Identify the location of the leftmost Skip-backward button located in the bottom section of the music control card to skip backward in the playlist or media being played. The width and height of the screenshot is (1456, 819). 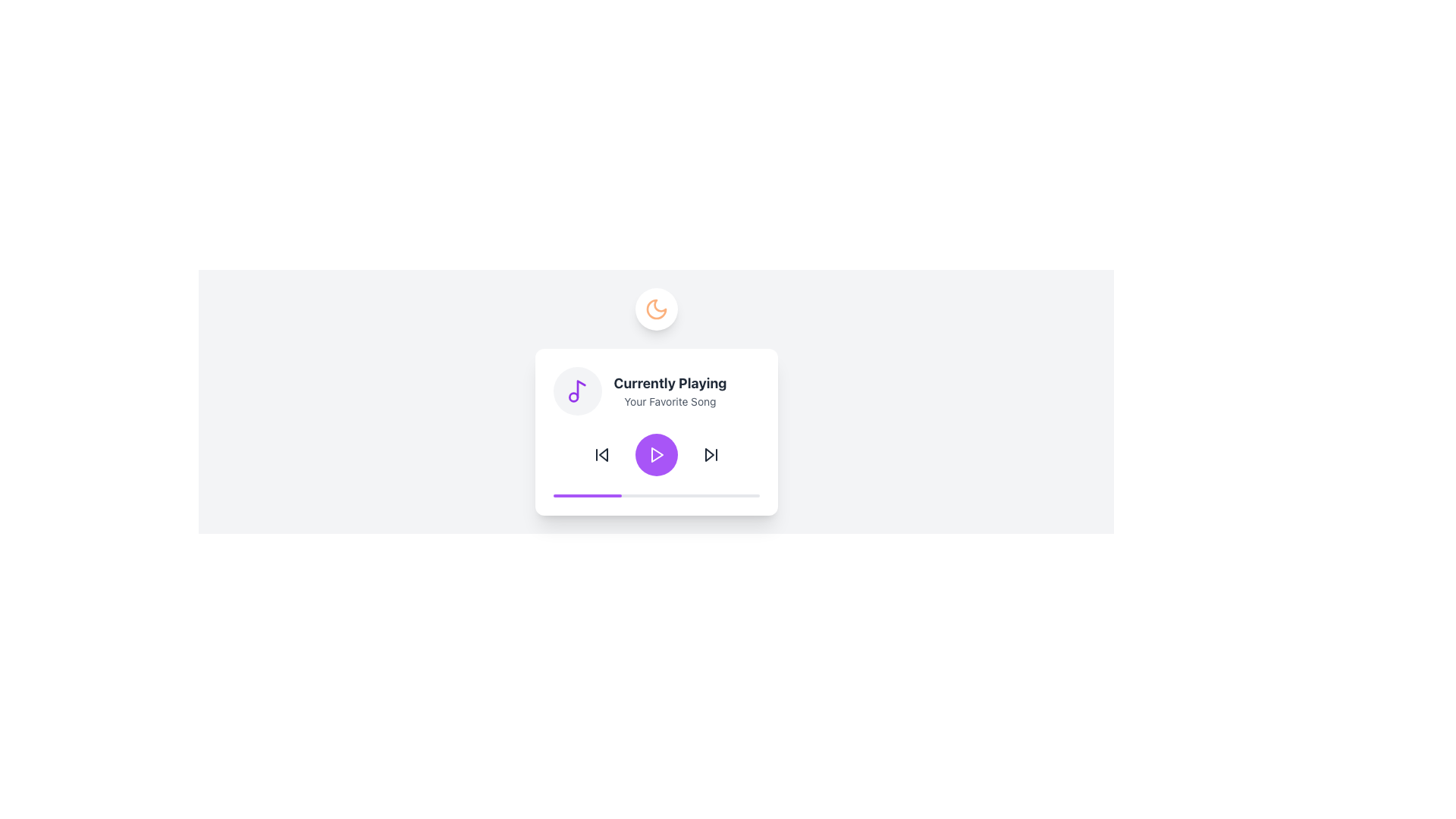
(601, 454).